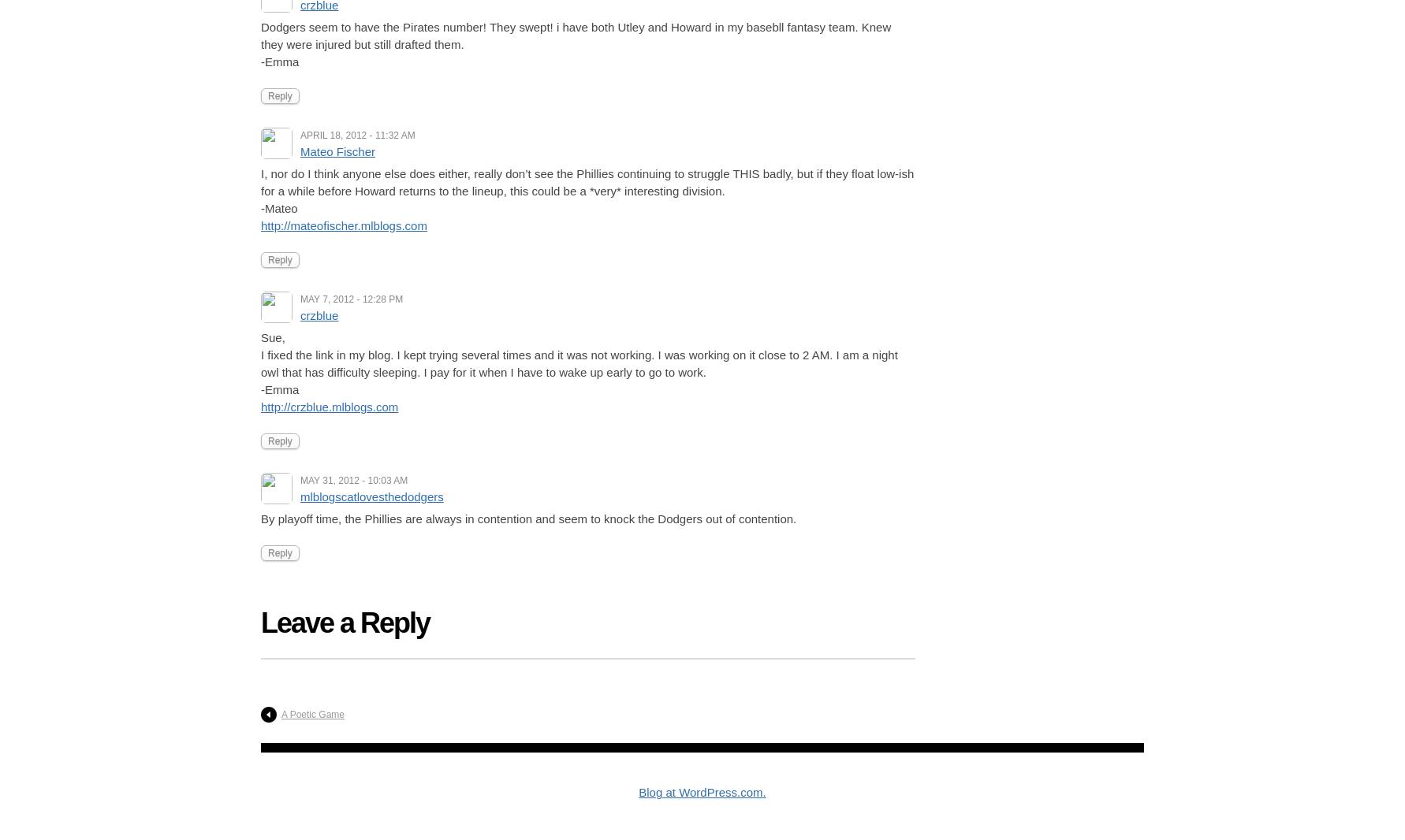 The image size is (1405, 840). Describe the element at coordinates (330, 407) in the screenshot. I see `'http://crzblue.mlblogs.com'` at that location.